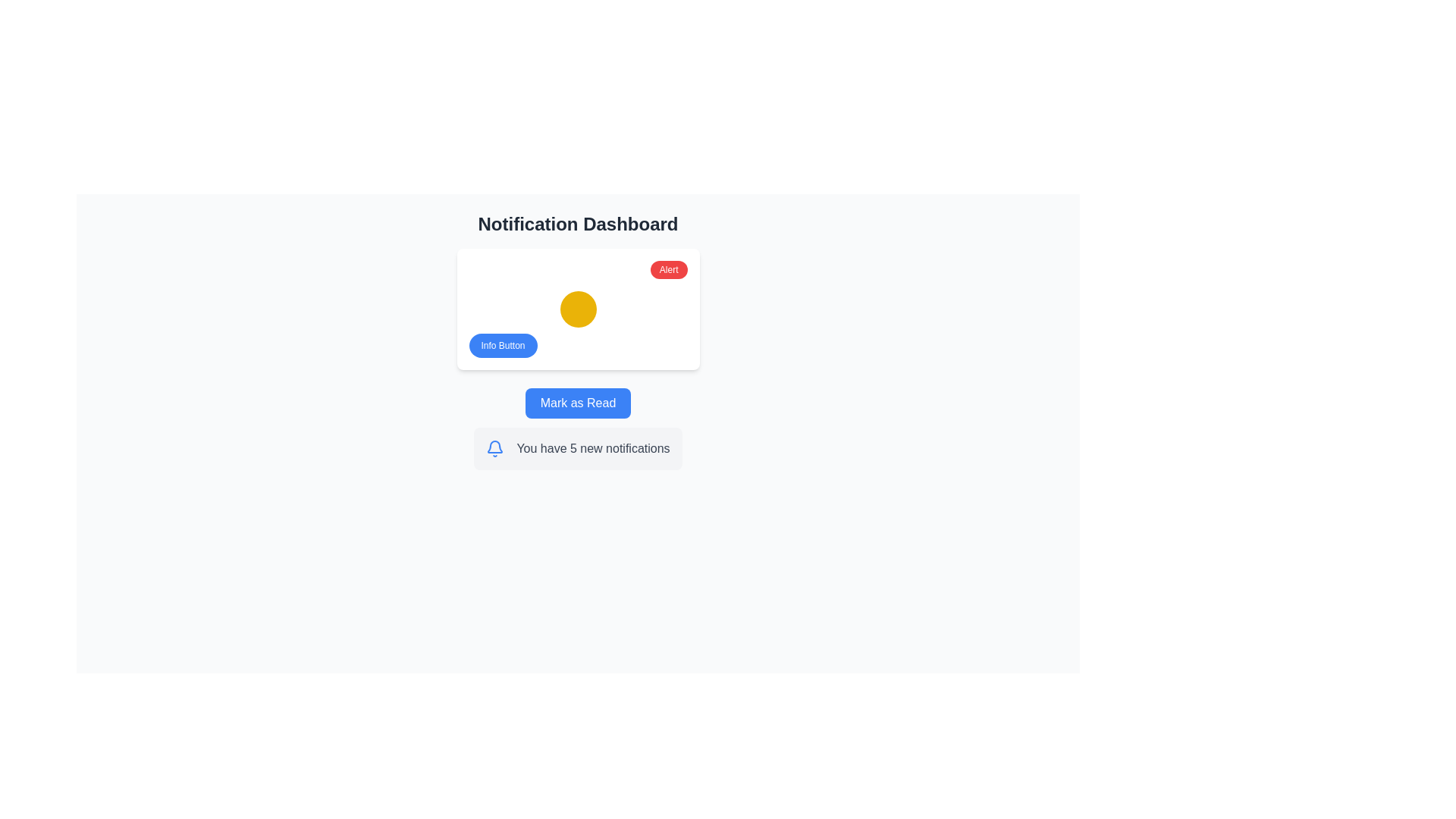  I want to click on the 'Mark as Read' button in the notification area displaying 'You have 5 new notifications' to read the notification message, so click(577, 429).